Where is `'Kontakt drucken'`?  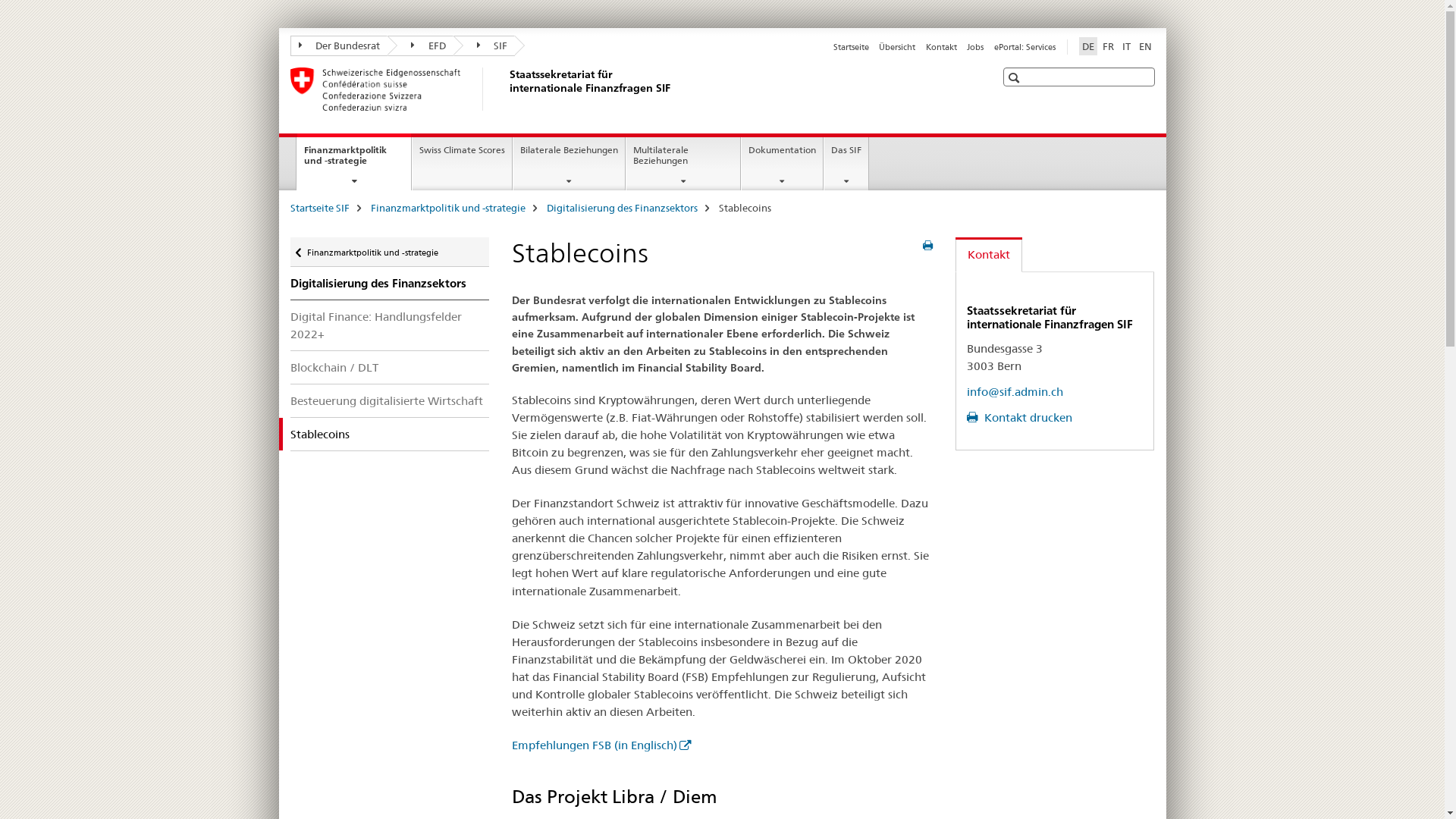
'Kontakt drucken' is located at coordinates (966, 417).